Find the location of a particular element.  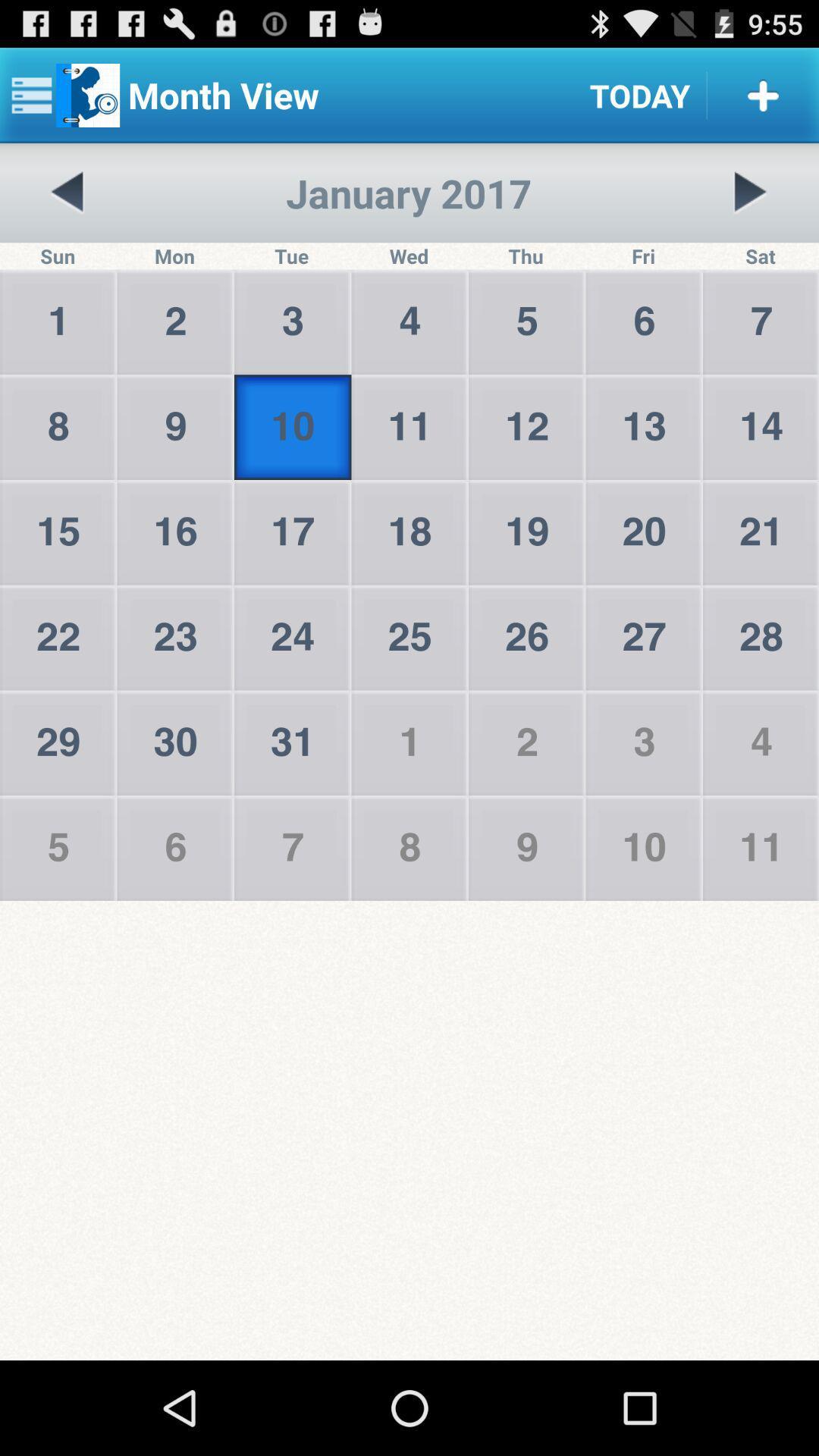

the arrow_backward icon is located at coordinates (67, 206).